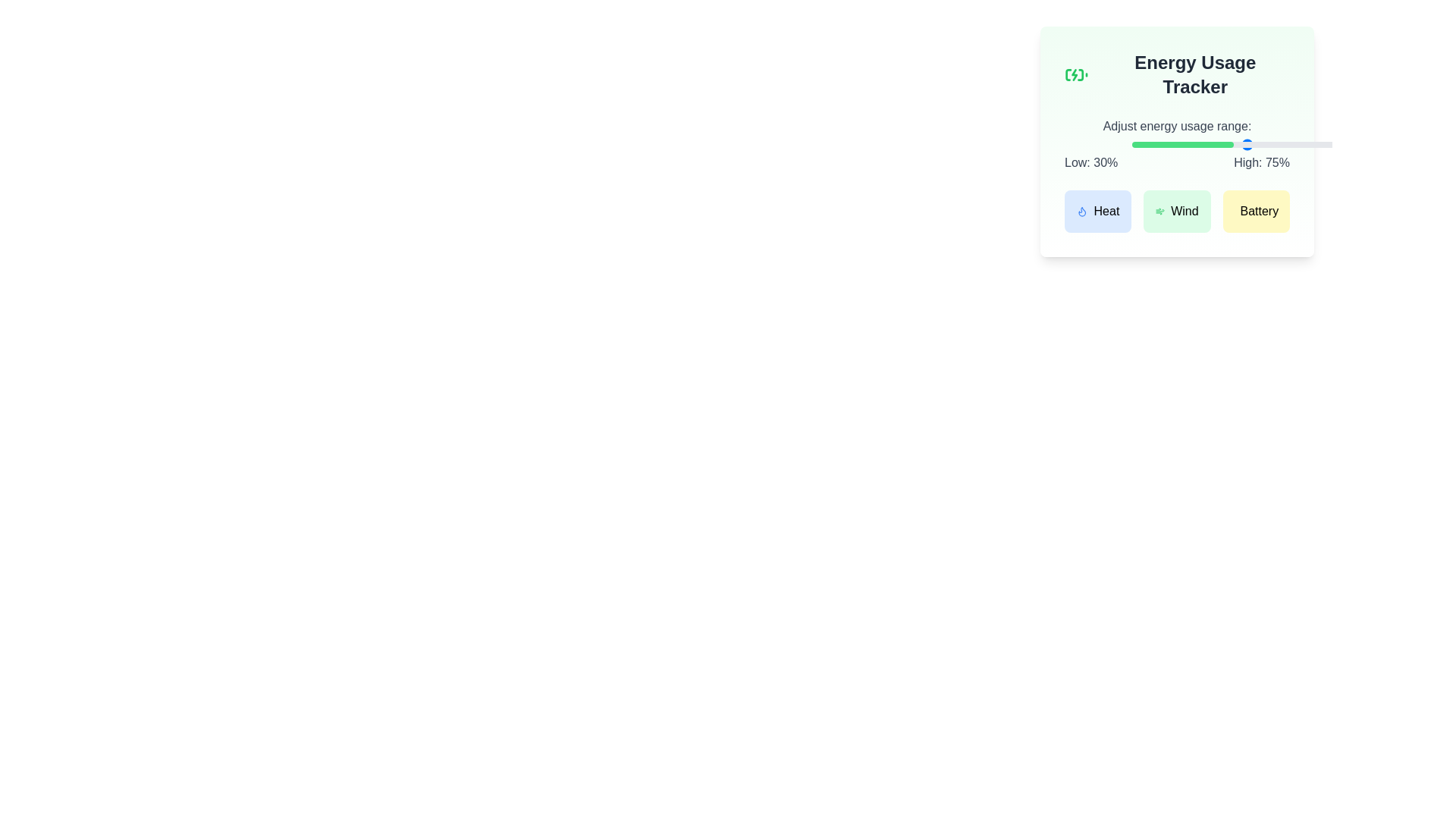  I want to click on the energy usage range, so click(1228, 145).